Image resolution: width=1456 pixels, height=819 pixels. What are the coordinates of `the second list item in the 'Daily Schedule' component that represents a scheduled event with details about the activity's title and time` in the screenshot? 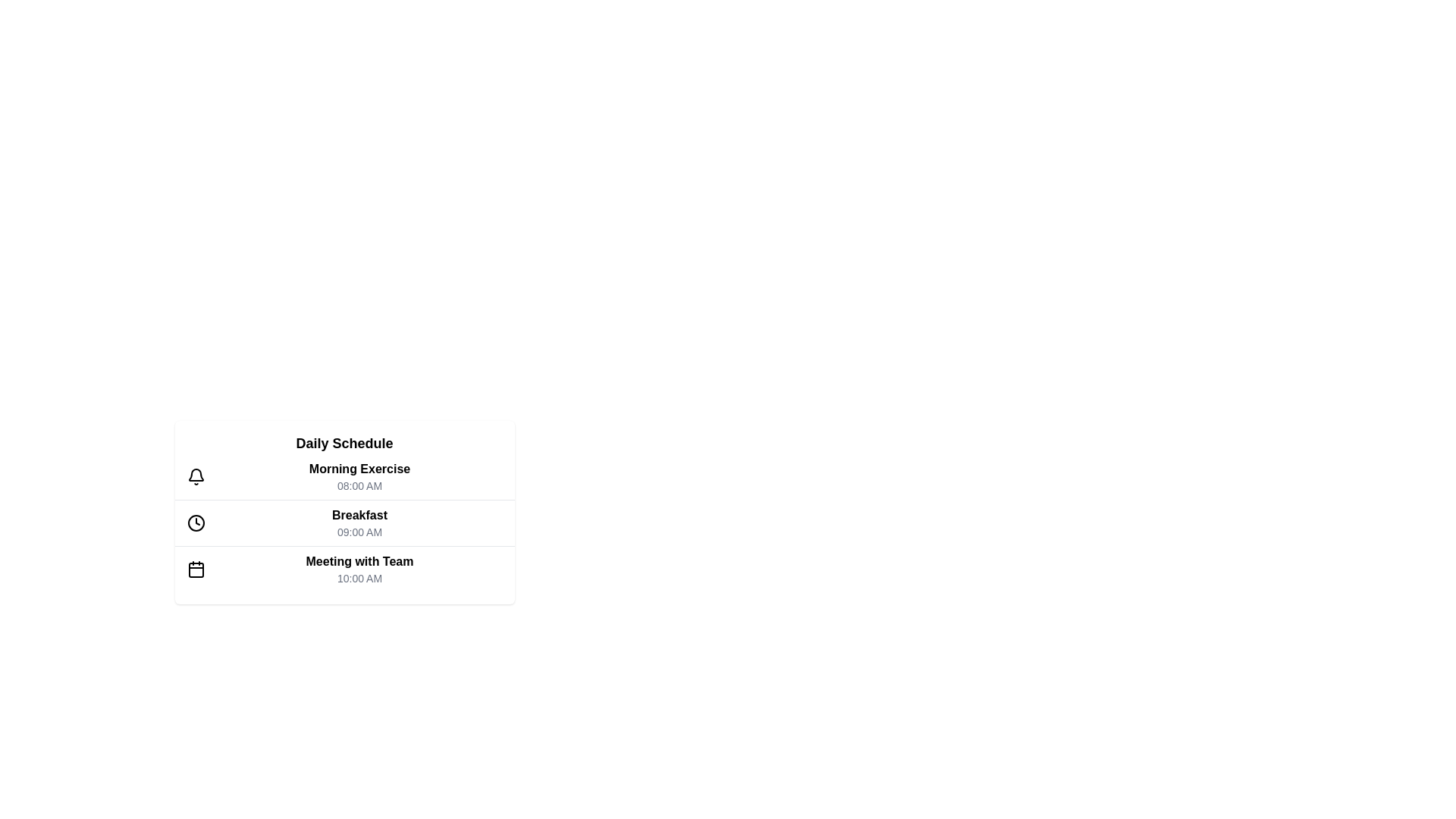 It's located at (344, 522).